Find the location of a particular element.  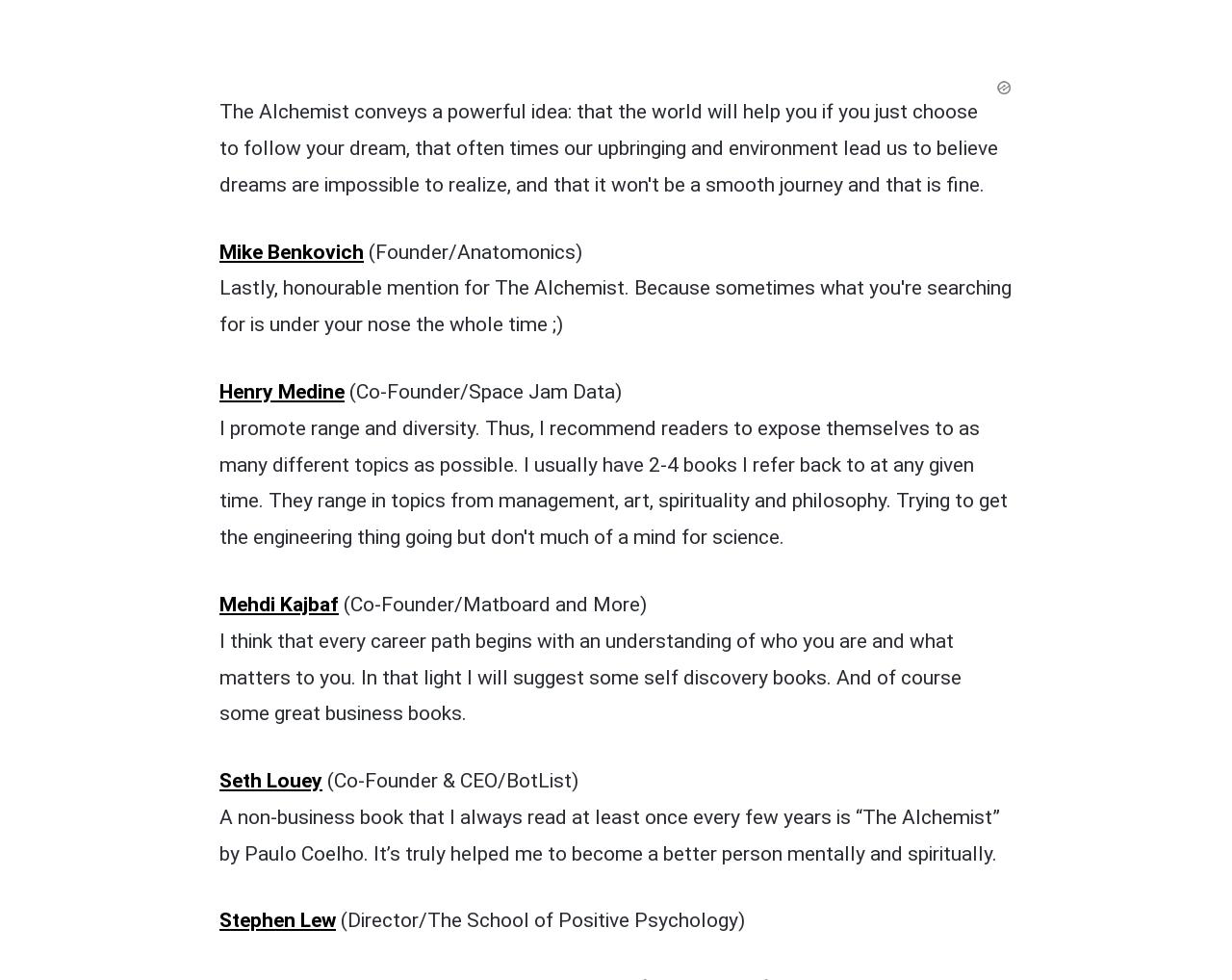

'I promote range and diversity. Thus, I recommend readers to expose themselves to as many different topics as possible. I usually have 2-4 books I refer back to at any given time. They range in topics from management, art, spirituality and philosophy. Trying to get the engineering thing going but don't much of a mind for science.' is located at coordinates (612, 83).